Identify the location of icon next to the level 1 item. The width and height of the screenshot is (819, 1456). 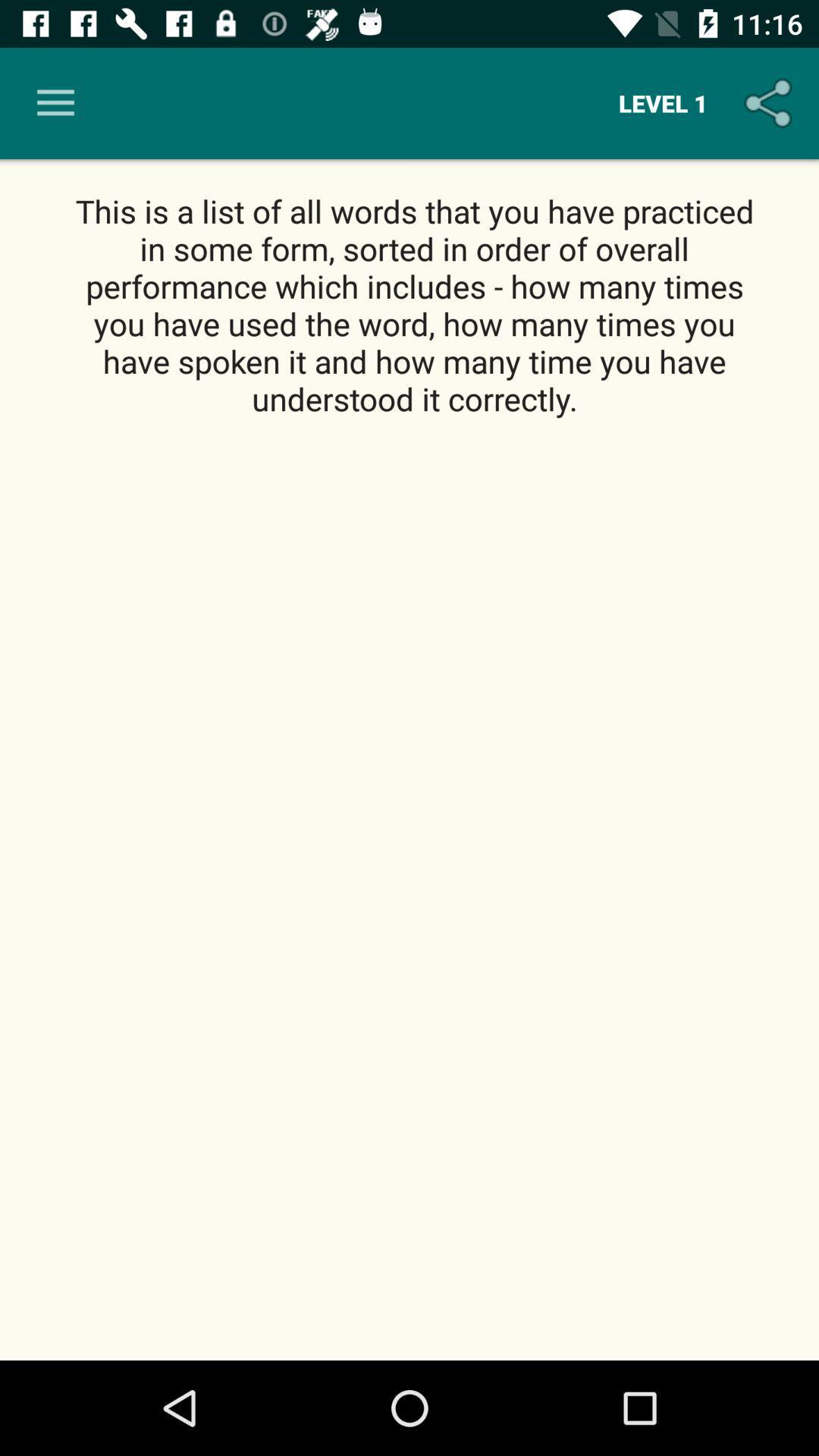
(771, 102).